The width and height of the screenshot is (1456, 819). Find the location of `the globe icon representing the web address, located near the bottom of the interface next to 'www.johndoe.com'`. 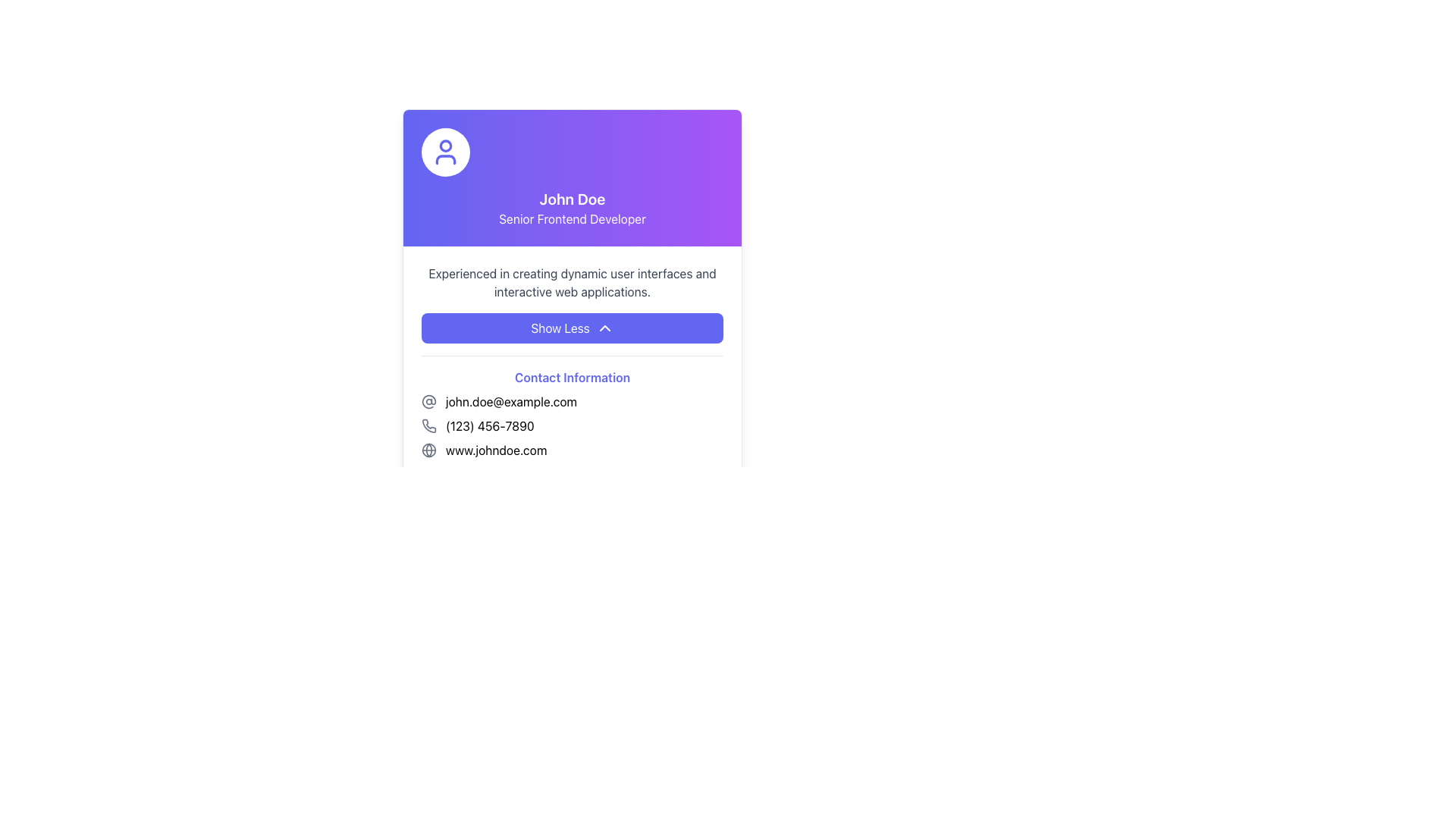

the globe icon representing the web address, located near the bottom of the interface next to 'www.johndoe.com' is located at coordinates (428, 450).